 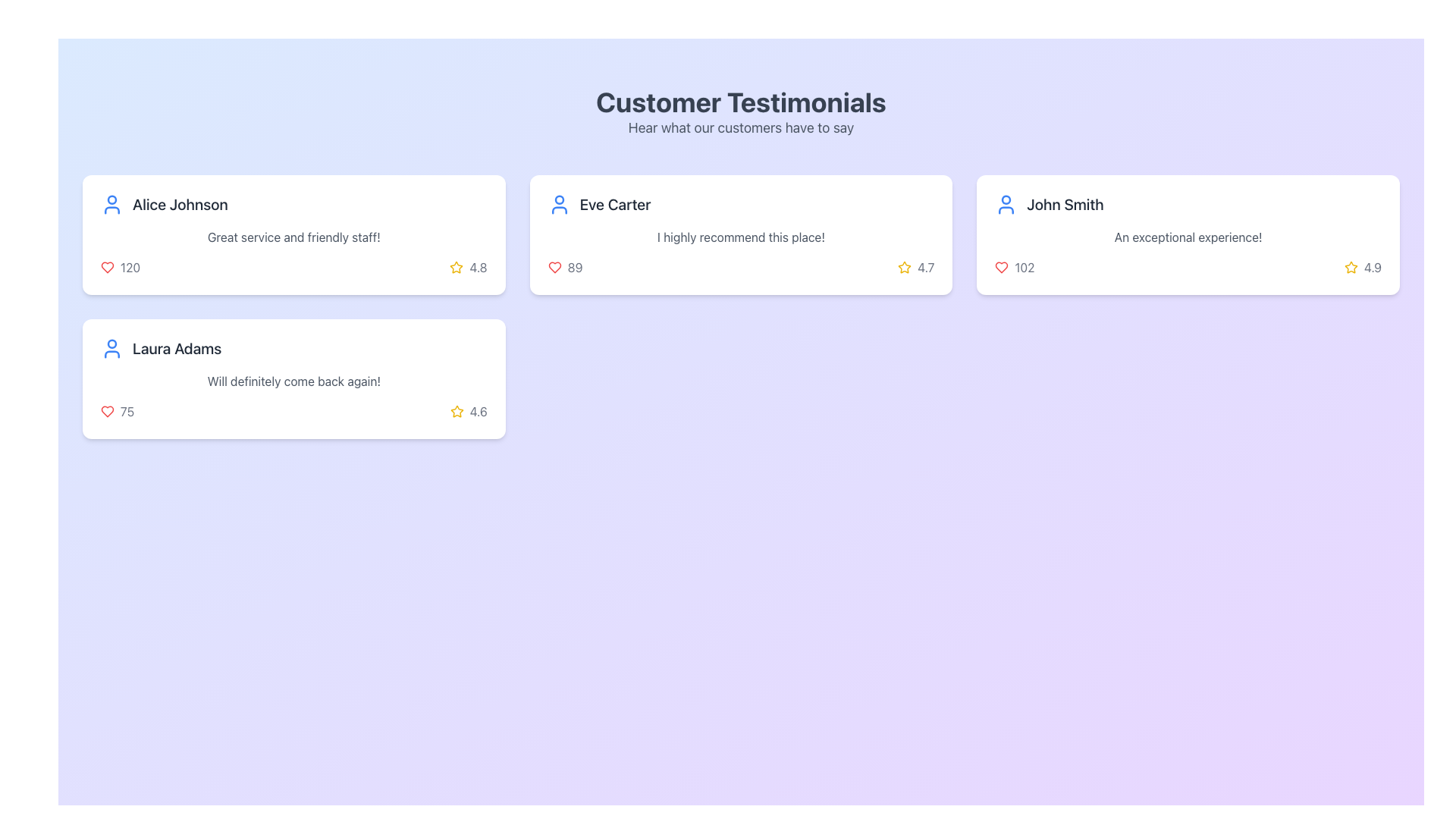 I want to click on the rating display element showing a yellow star icon and the text '4.6', located at the bottom right corner of Laura Adams' card, so click(x=468, y=412).